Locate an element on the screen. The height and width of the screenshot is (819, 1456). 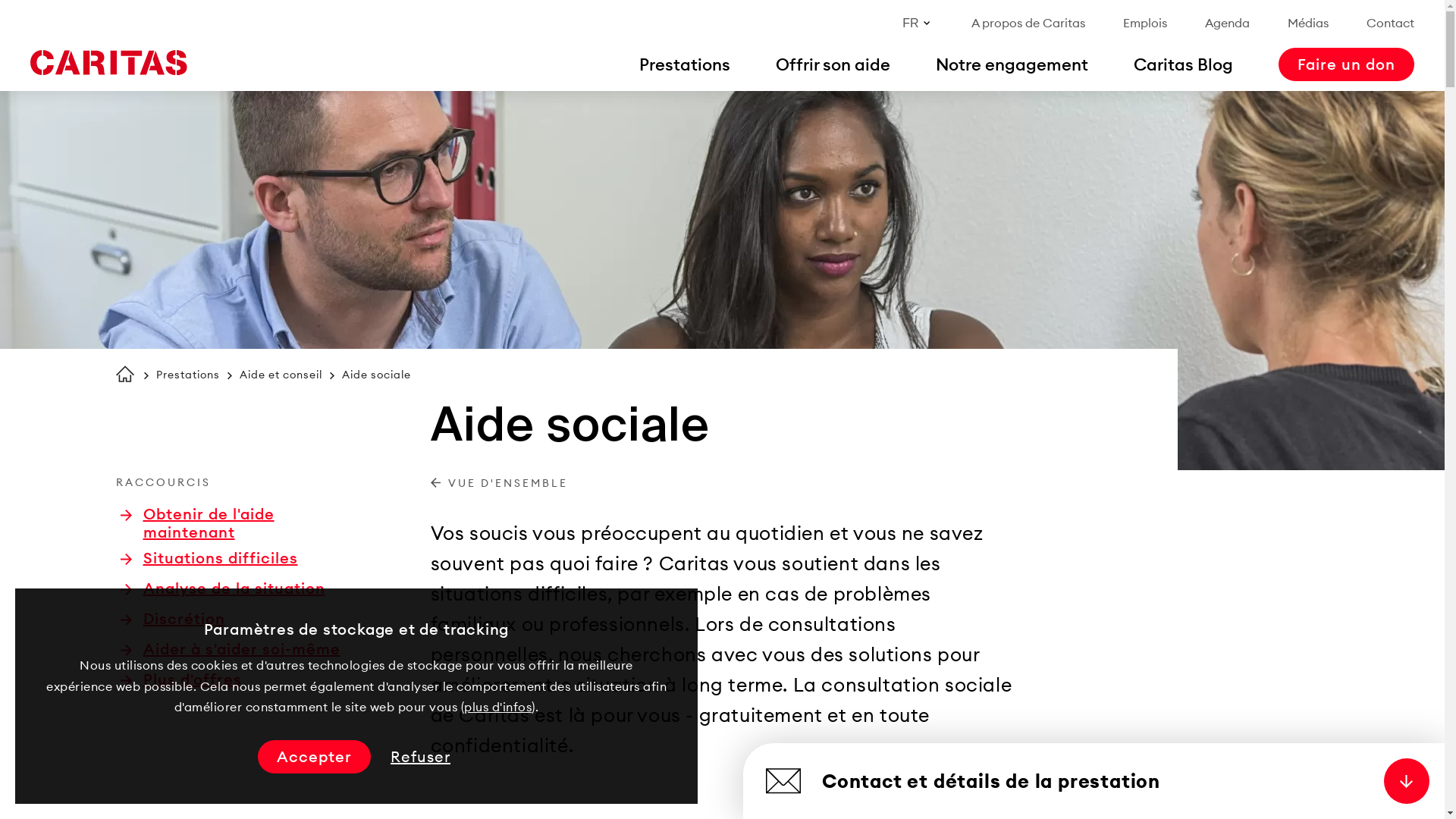
'Agenda' is located at coordinates (1227, 23).